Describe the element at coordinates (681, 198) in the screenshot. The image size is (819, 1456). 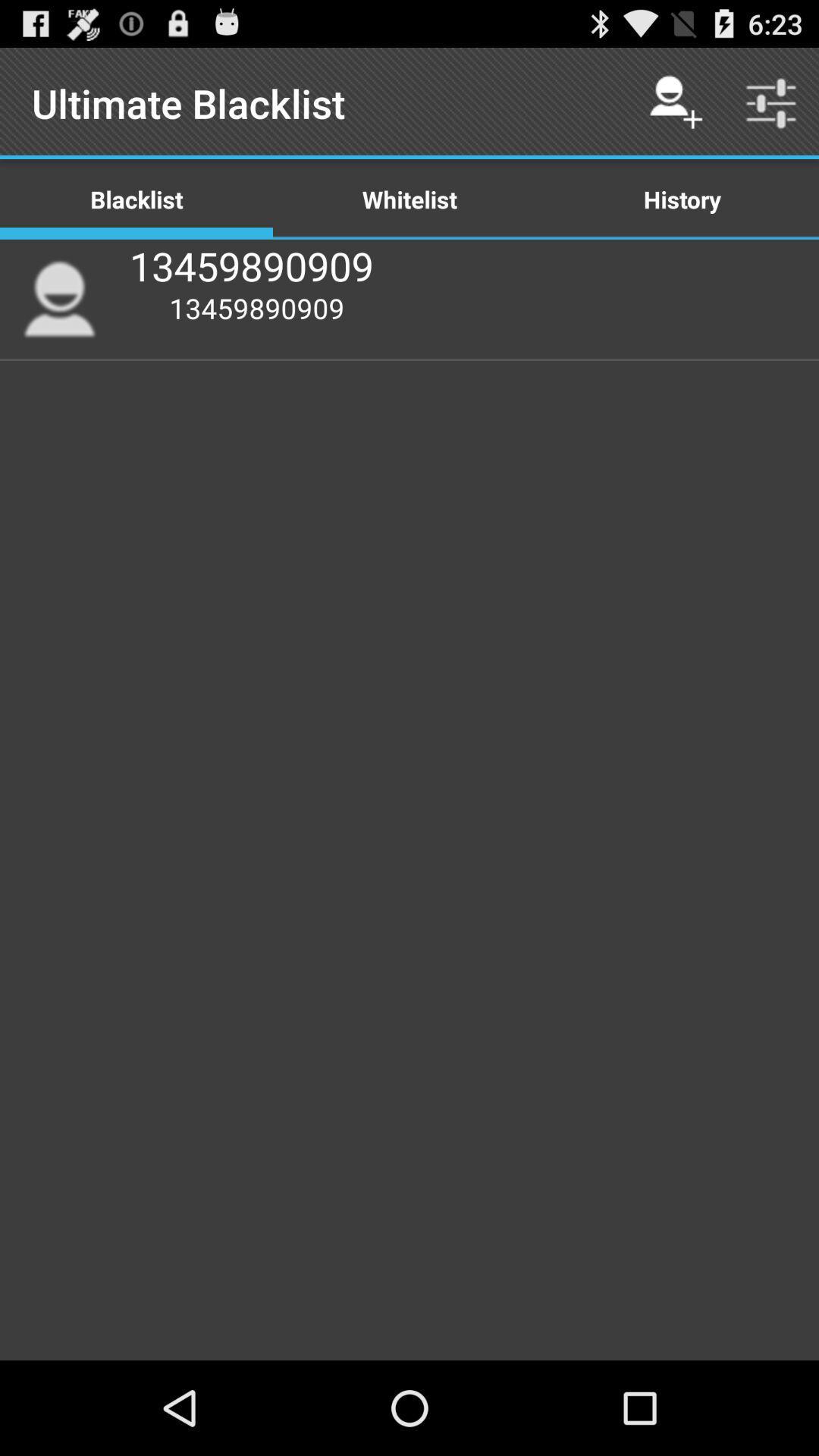
I see `the history icon` at that location.